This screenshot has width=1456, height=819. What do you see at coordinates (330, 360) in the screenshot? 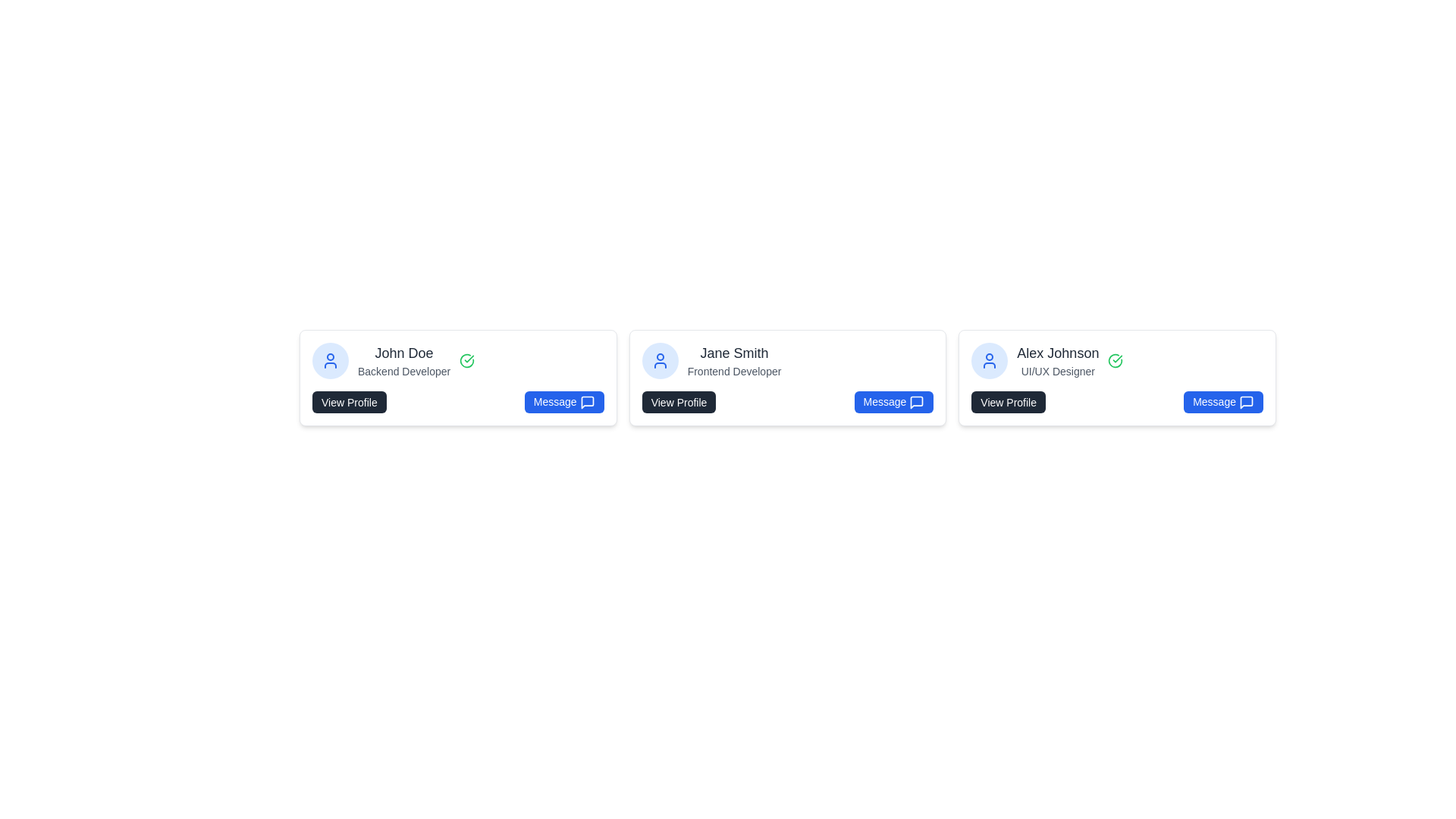
I see `the user's profile picture icon located in the leftmost user's card, which is displayed horizontally and centered within a circular background` at bounding box center [330, 360].